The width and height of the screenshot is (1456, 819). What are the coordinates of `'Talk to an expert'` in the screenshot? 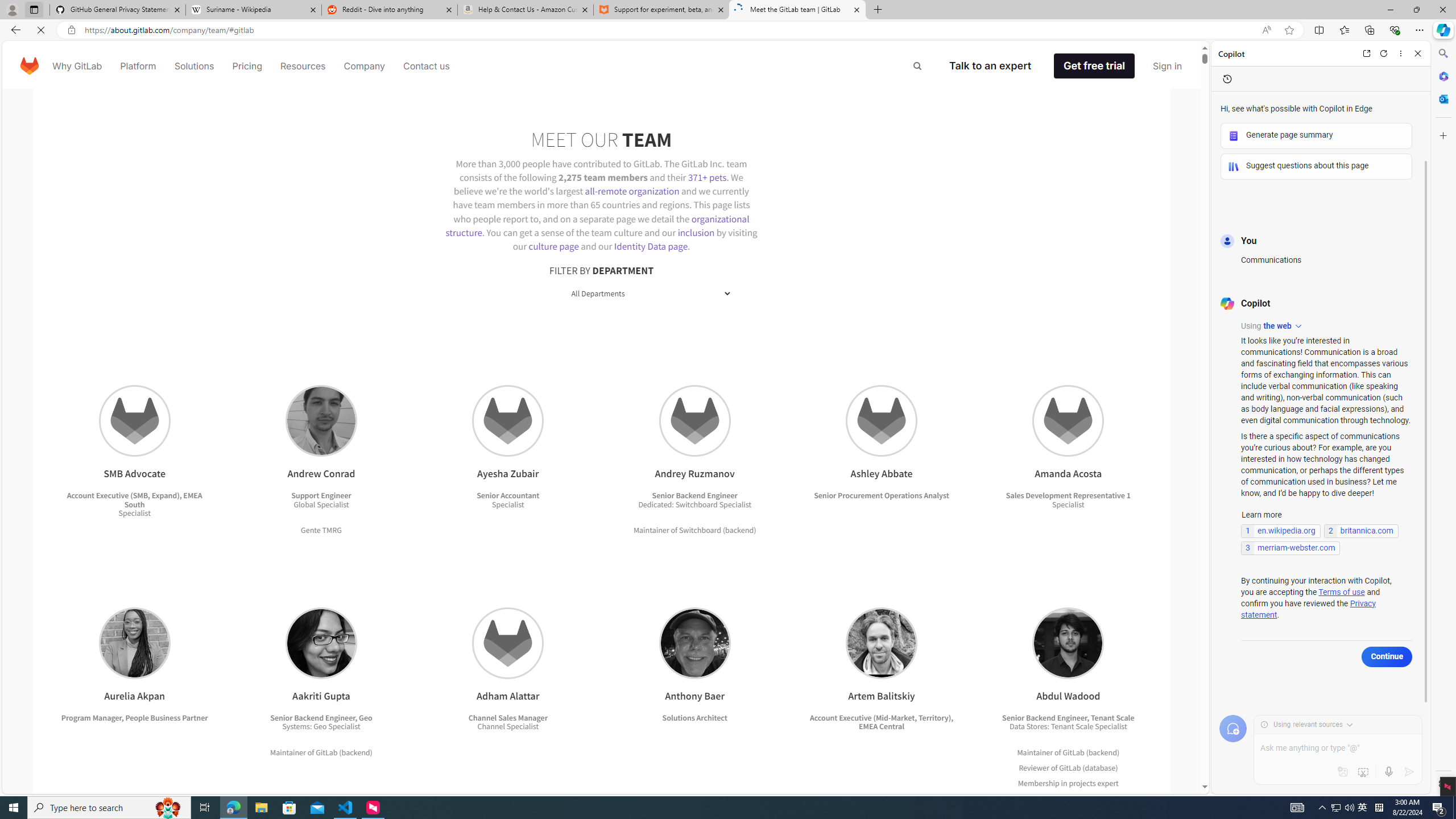 It's located at (999, 65).